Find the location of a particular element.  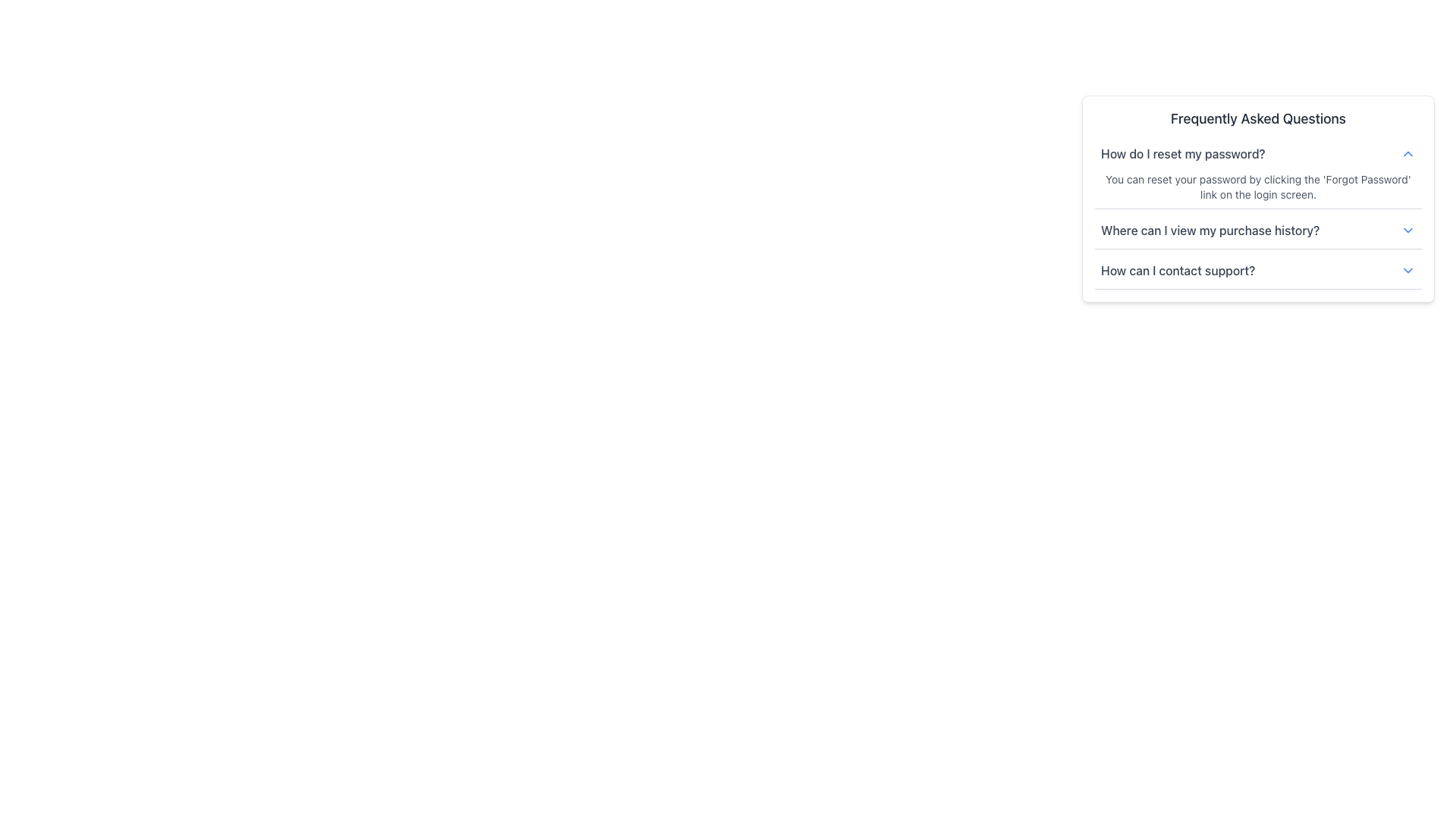

title text of the FAQ entry located on the left side of the FAQ section, just before the arrow icon is located at coordinates (1182, 154).